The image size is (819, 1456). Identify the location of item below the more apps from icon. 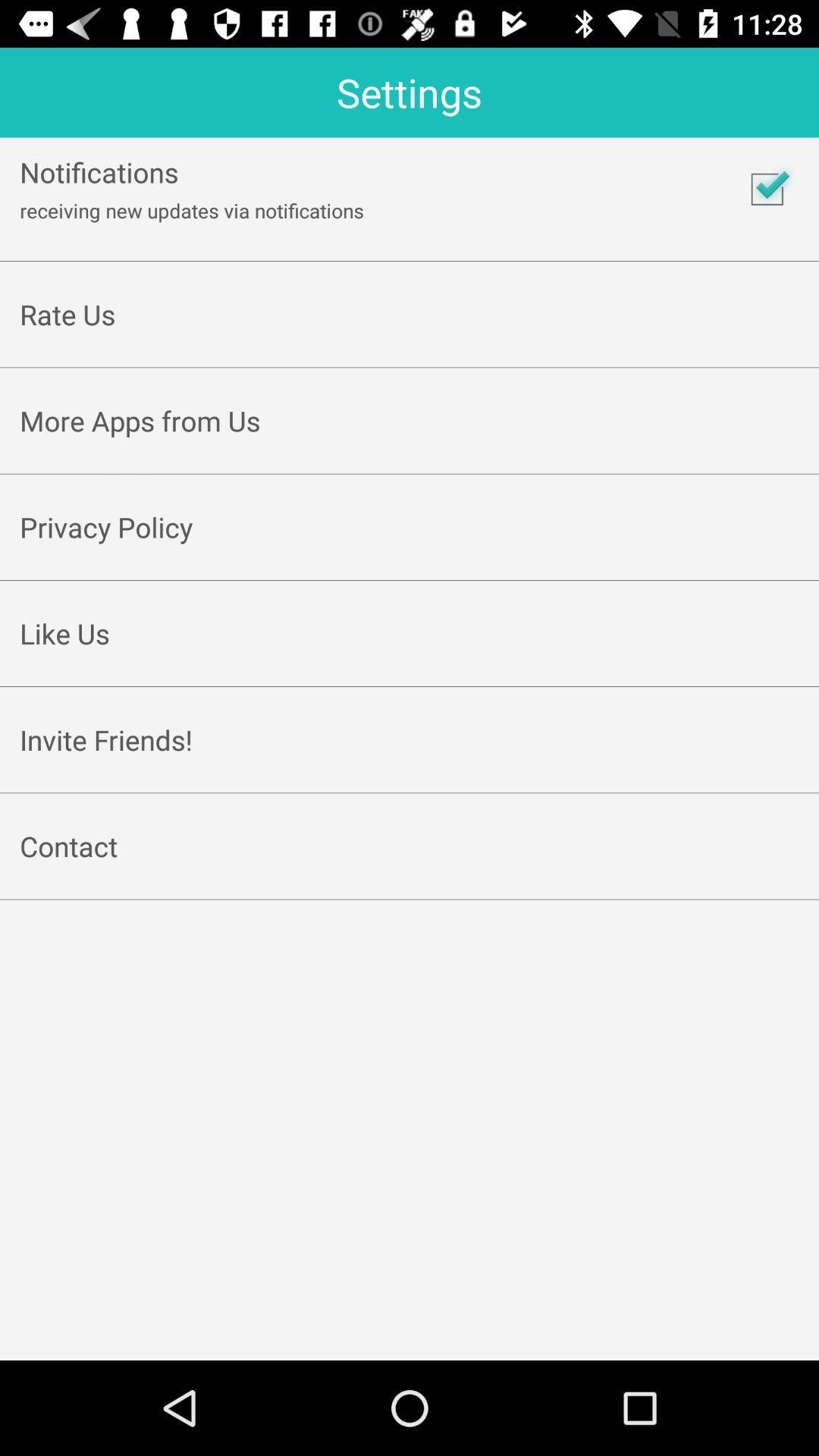
(409, 456).